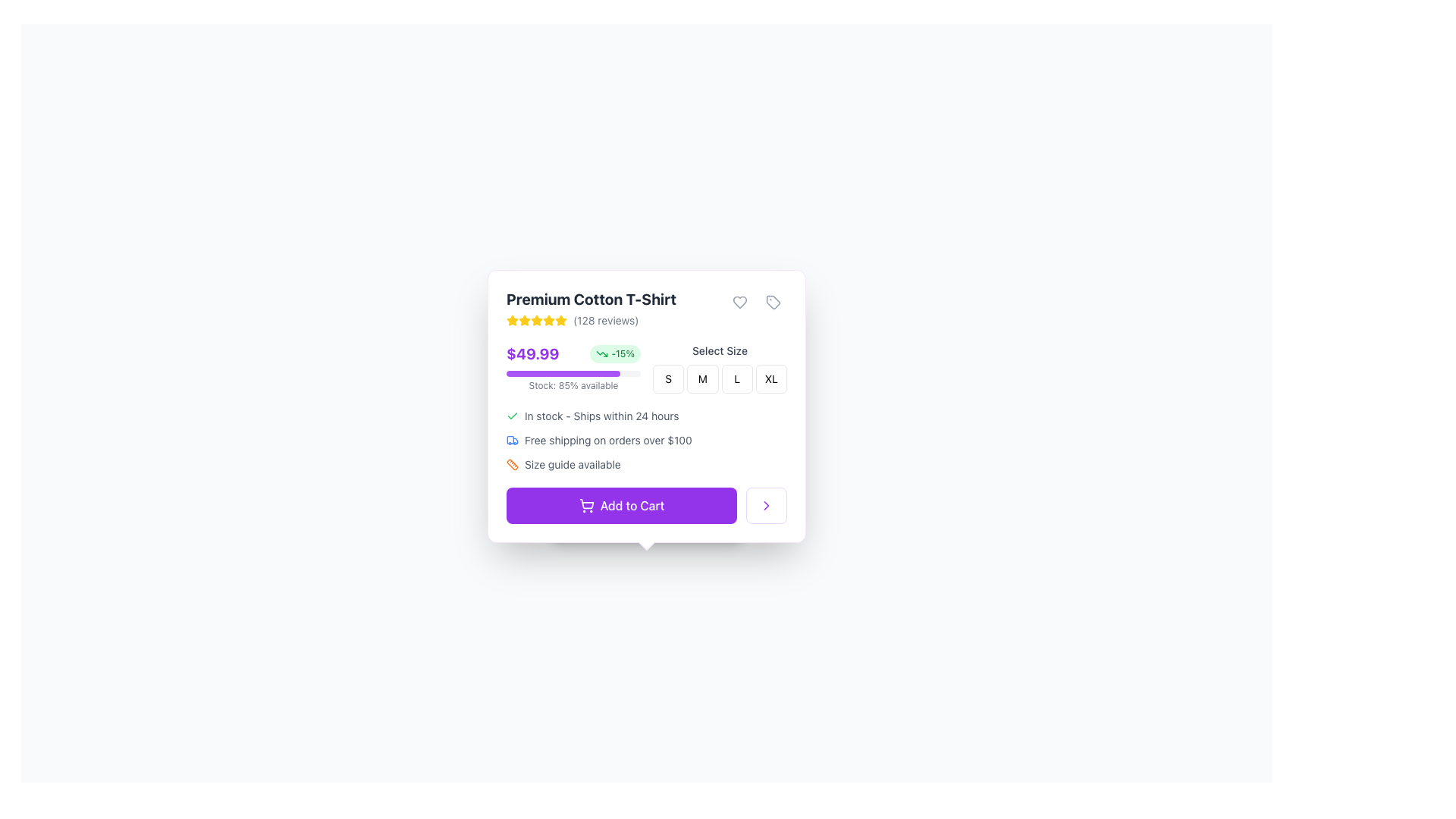 The width and height of the screenshot is (1456, 819). What do you see at coordinates (560, 319) in the screenshot?
I see `the first star graphic in the rating system for the 'Premium Cotton T-Shirt' located directly under the title` at bounding box center [560, 319].